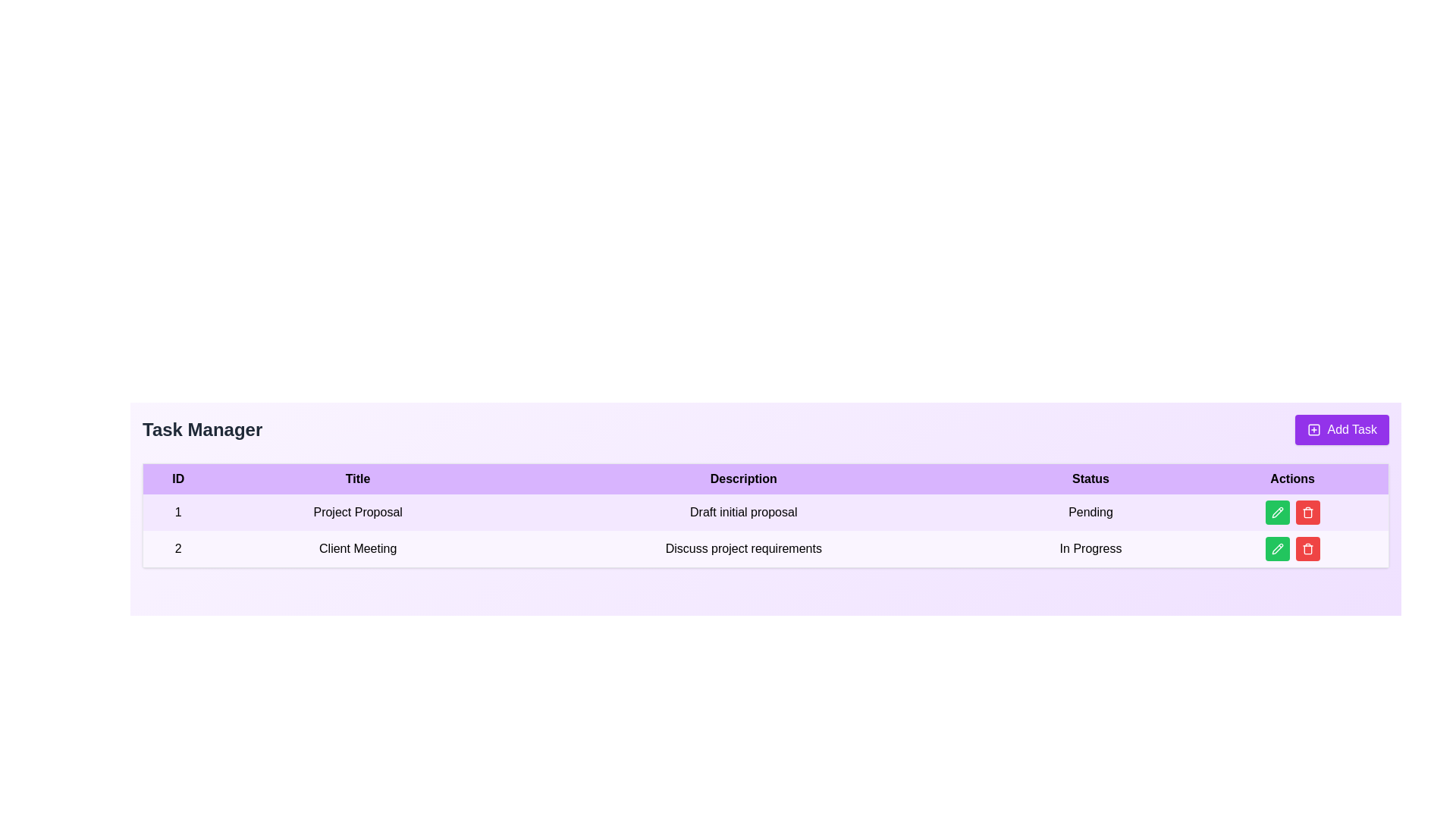  Describe the element at coordinates (1276, 549) in the screenshot. I see `the edit button located in the 'Actions' column of the second row in the task management interface` at that location.